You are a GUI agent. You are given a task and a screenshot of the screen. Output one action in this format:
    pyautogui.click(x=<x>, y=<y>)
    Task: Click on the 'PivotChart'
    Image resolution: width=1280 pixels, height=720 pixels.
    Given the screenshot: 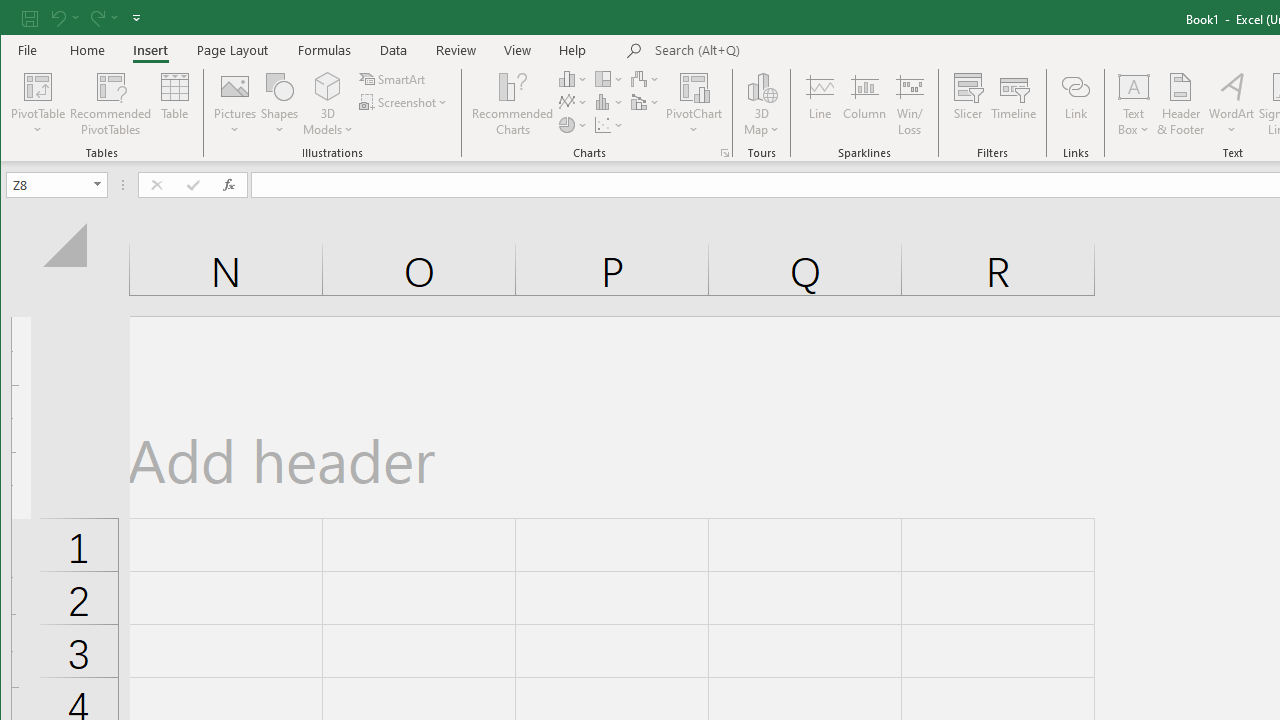 What is the action you would take?
    pyautogui.click(x=694, y=85)
    